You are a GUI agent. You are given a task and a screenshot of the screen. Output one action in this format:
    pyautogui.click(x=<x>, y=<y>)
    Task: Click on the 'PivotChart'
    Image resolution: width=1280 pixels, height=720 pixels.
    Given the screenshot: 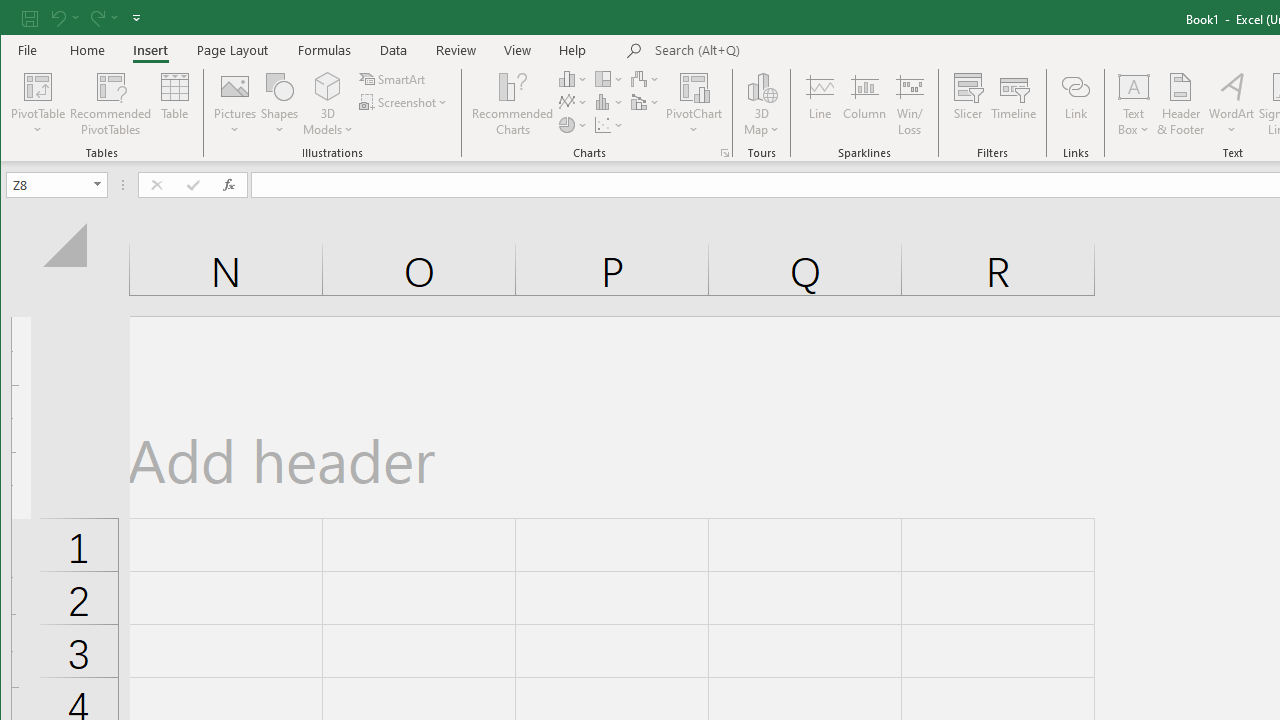 What is the action you would take?
    pyautogui.click(x=694, y=85)
    